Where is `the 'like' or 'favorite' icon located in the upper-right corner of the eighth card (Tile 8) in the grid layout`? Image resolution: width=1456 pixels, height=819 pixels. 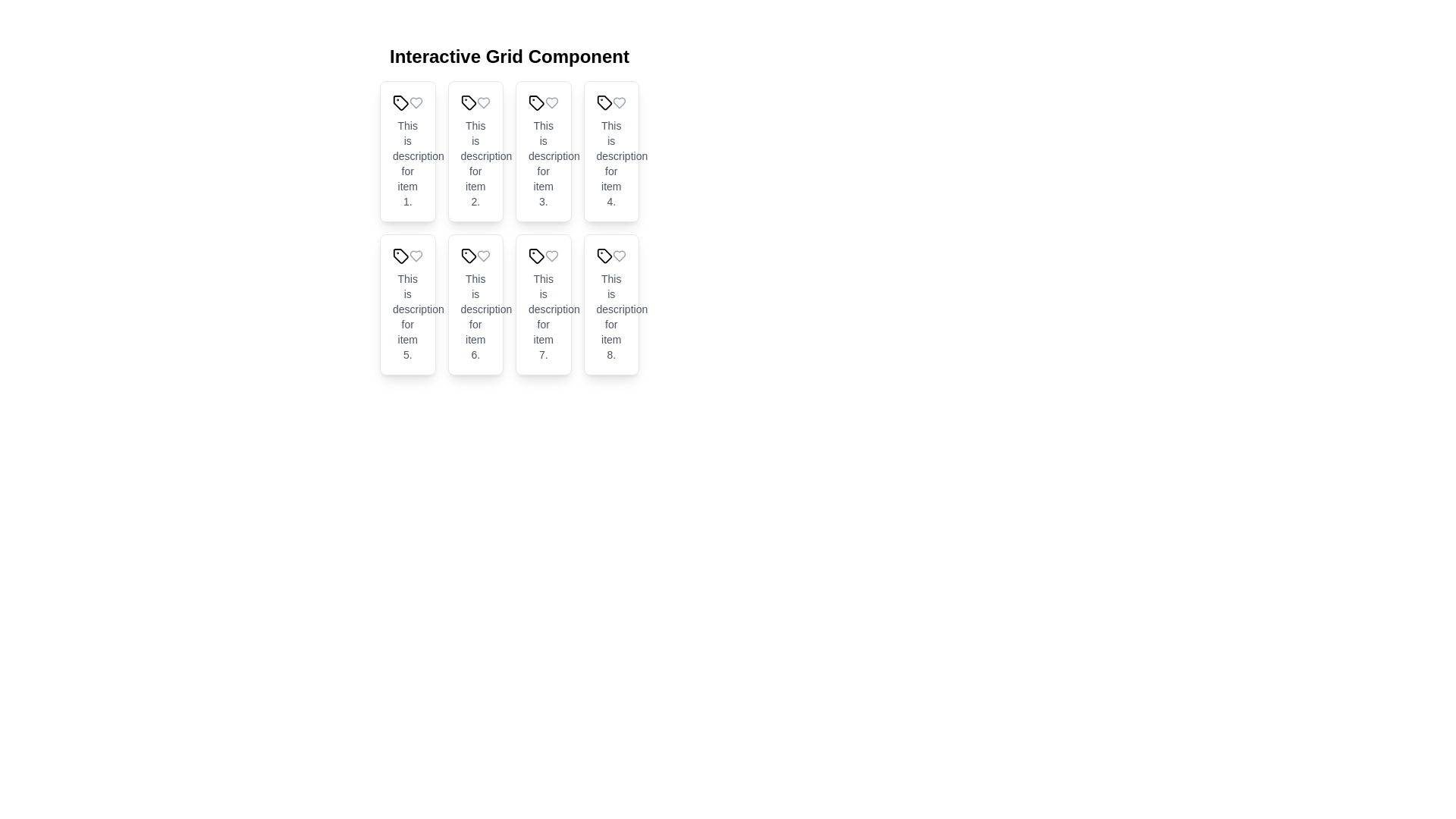 the 'like' or 'favorite' icon located in the upper-right corner of the eighth card (Tile 8) in the grid layout is located at coordinates (619, 256).